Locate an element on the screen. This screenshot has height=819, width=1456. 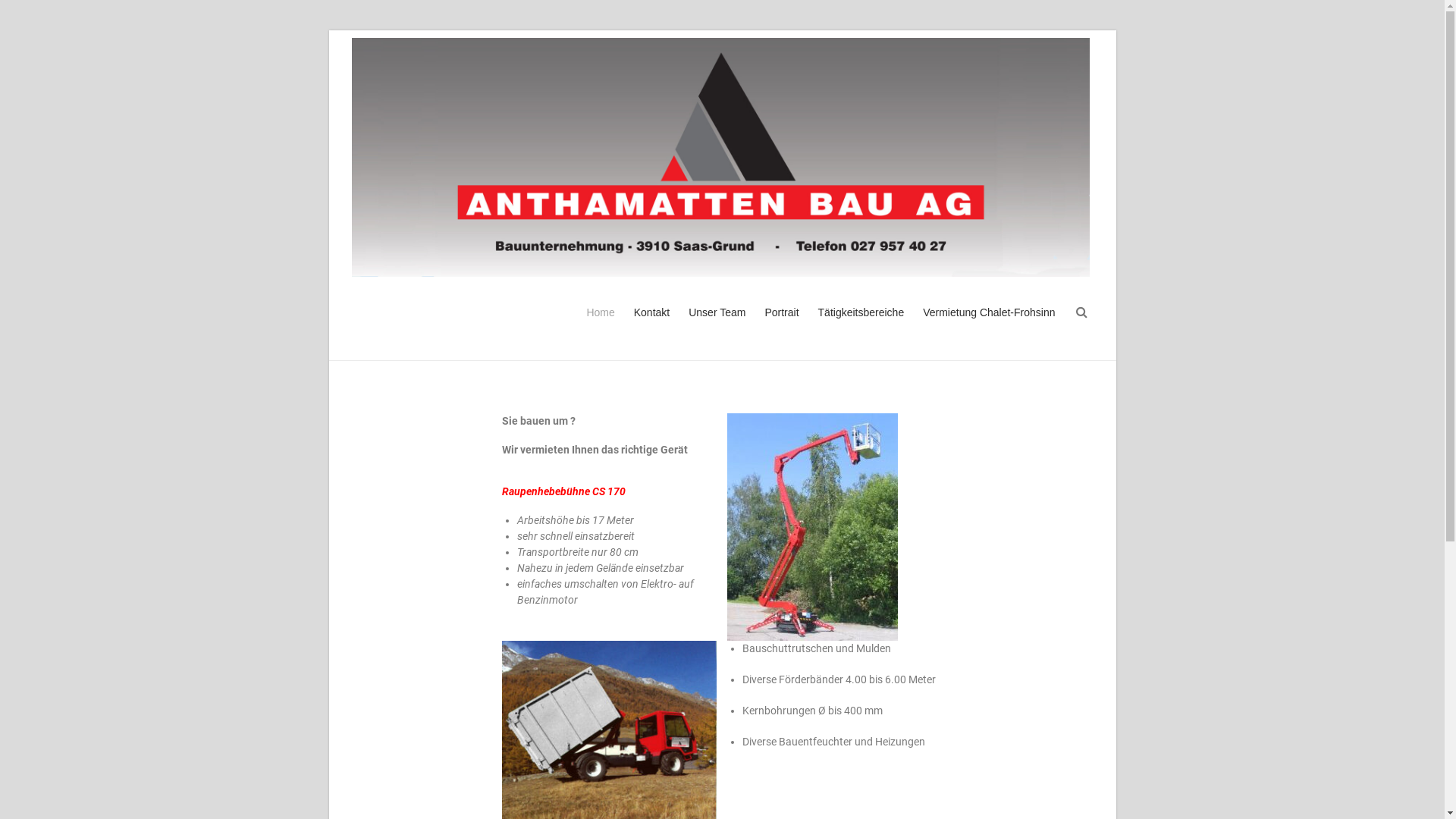
'Portrait' is located at coordinates (781, 325).